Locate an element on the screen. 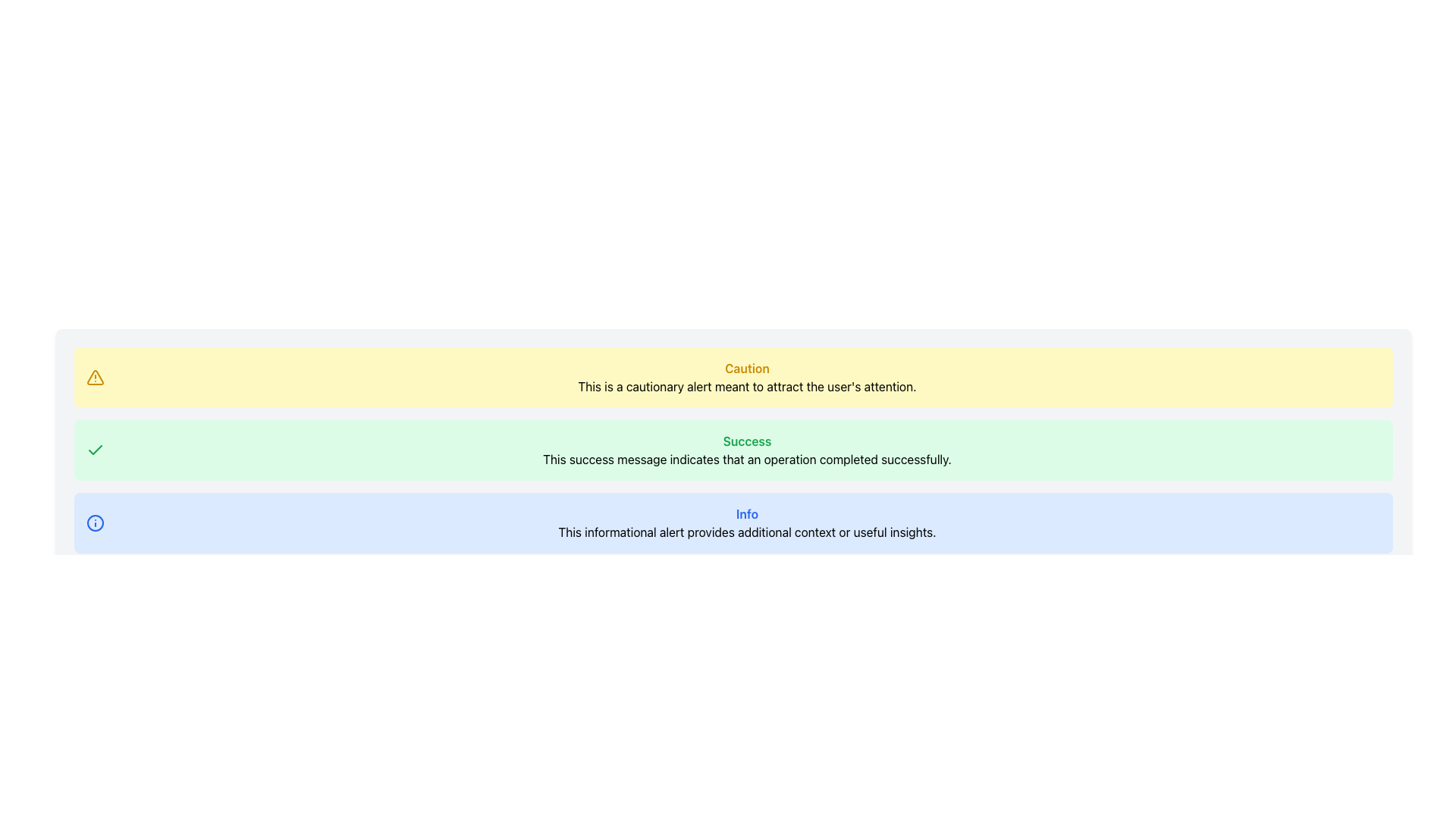 The height and width of the screenshot is (819, 1456). the label indicating the type of content in the informational box located at the bottom of the layout is located at coordinates (747, 513).